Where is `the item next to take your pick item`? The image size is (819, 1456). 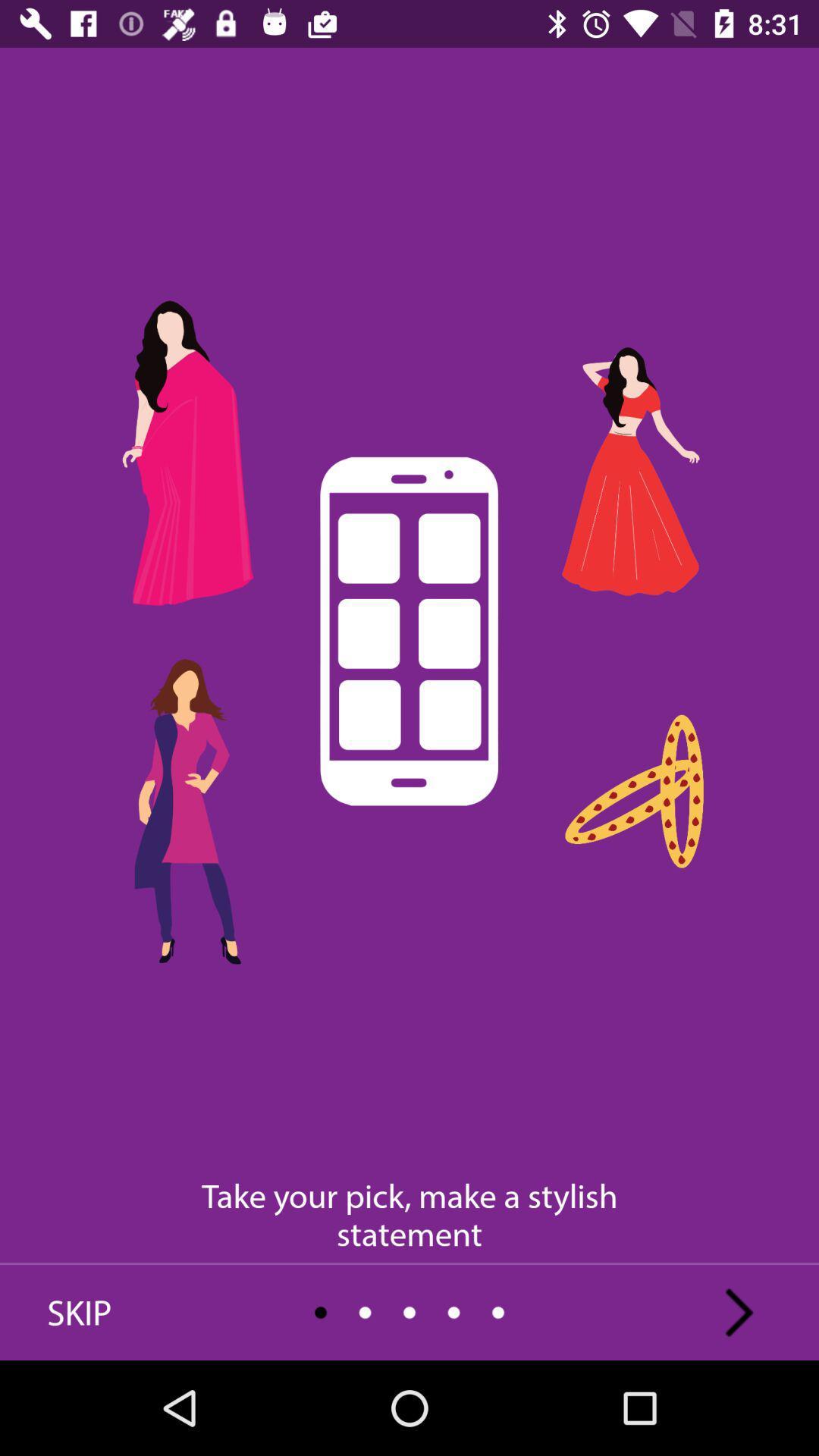 the item next to take your pick item is located at coordinates (739, 1312).